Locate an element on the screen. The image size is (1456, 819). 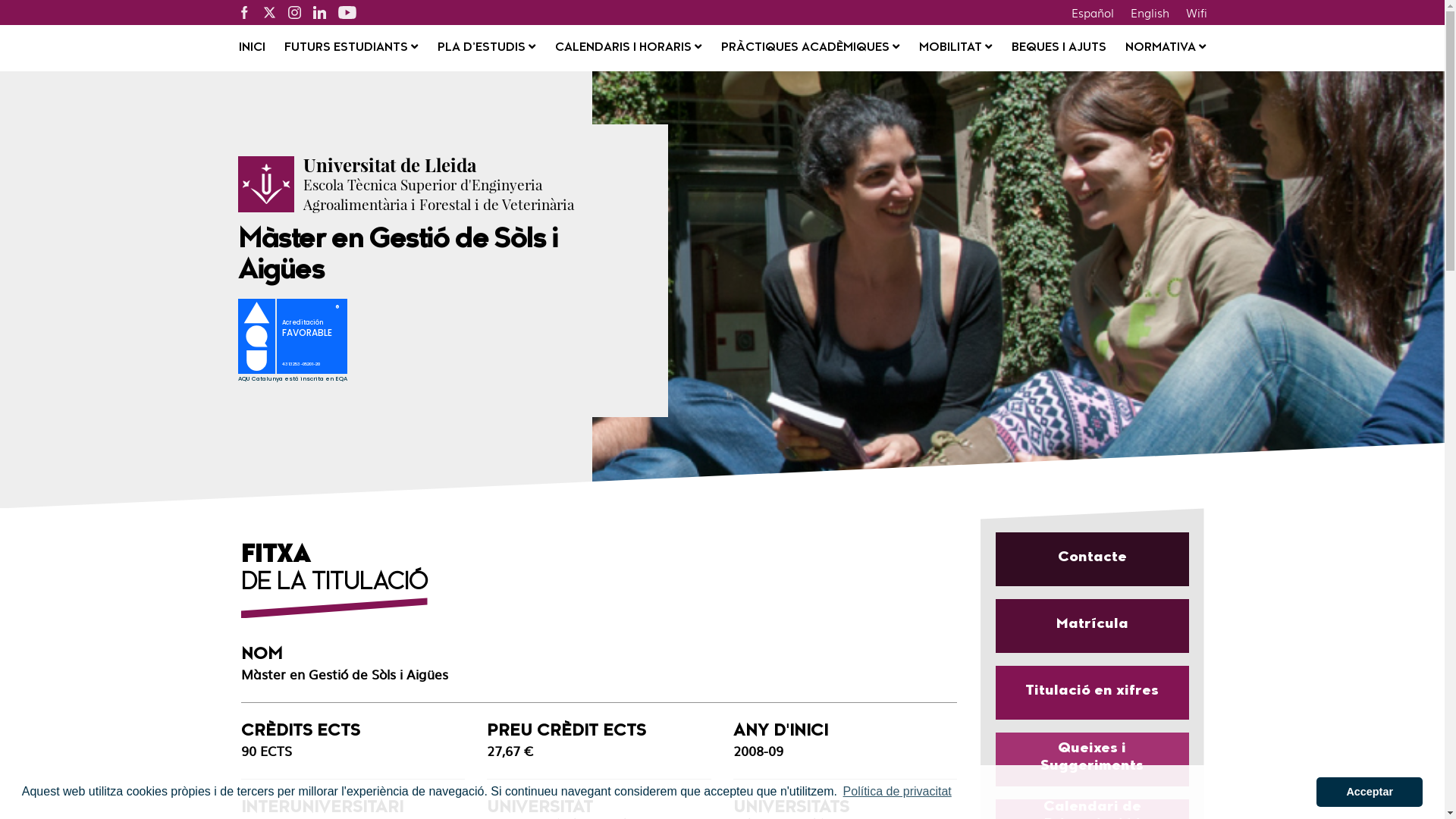
'BEQUES I AJUTS' is located at coordinates (1058, 48).